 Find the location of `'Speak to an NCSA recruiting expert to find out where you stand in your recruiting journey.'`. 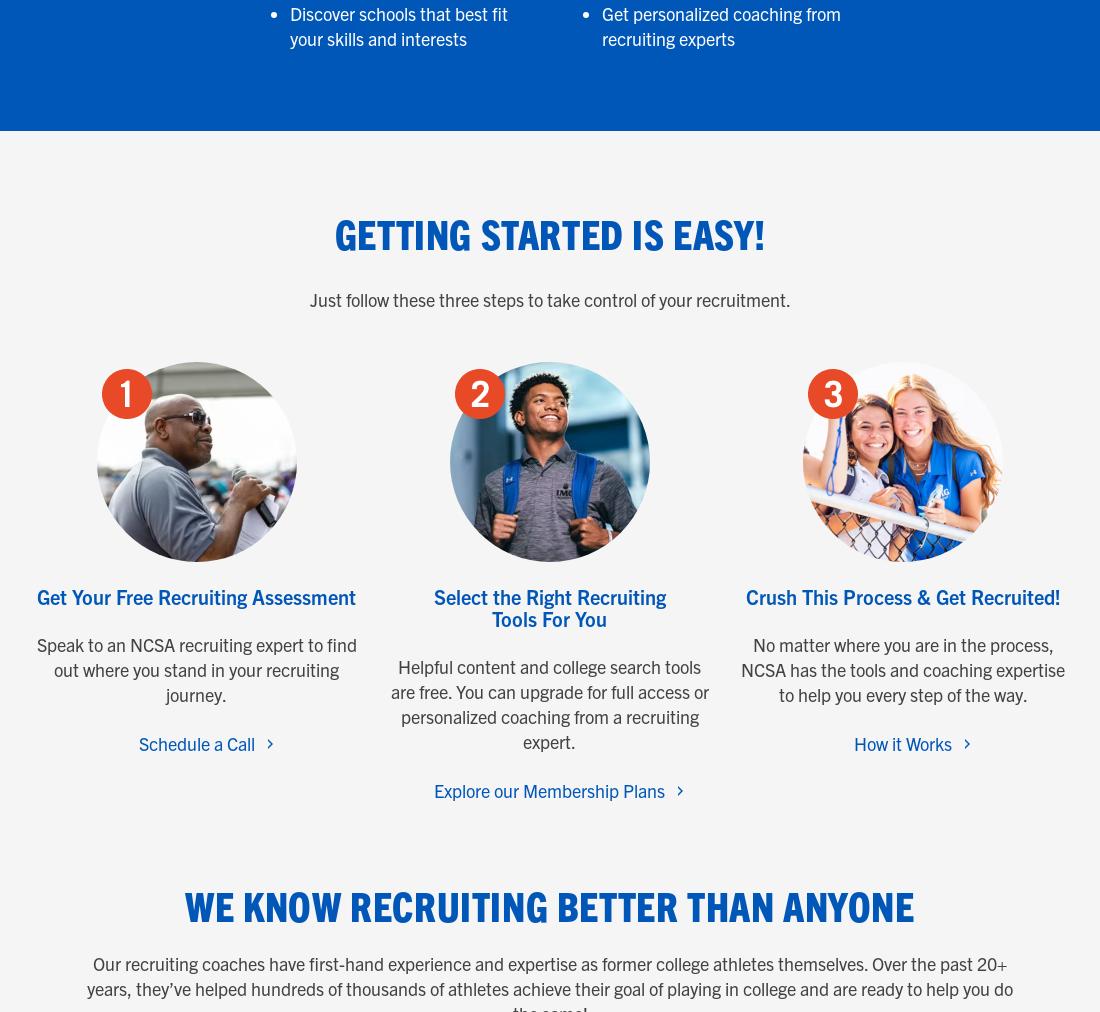

'Speak to an NCSA recruiting expert to find out where you stand in your recruiting journey.' is located at coordinates (195, 669).